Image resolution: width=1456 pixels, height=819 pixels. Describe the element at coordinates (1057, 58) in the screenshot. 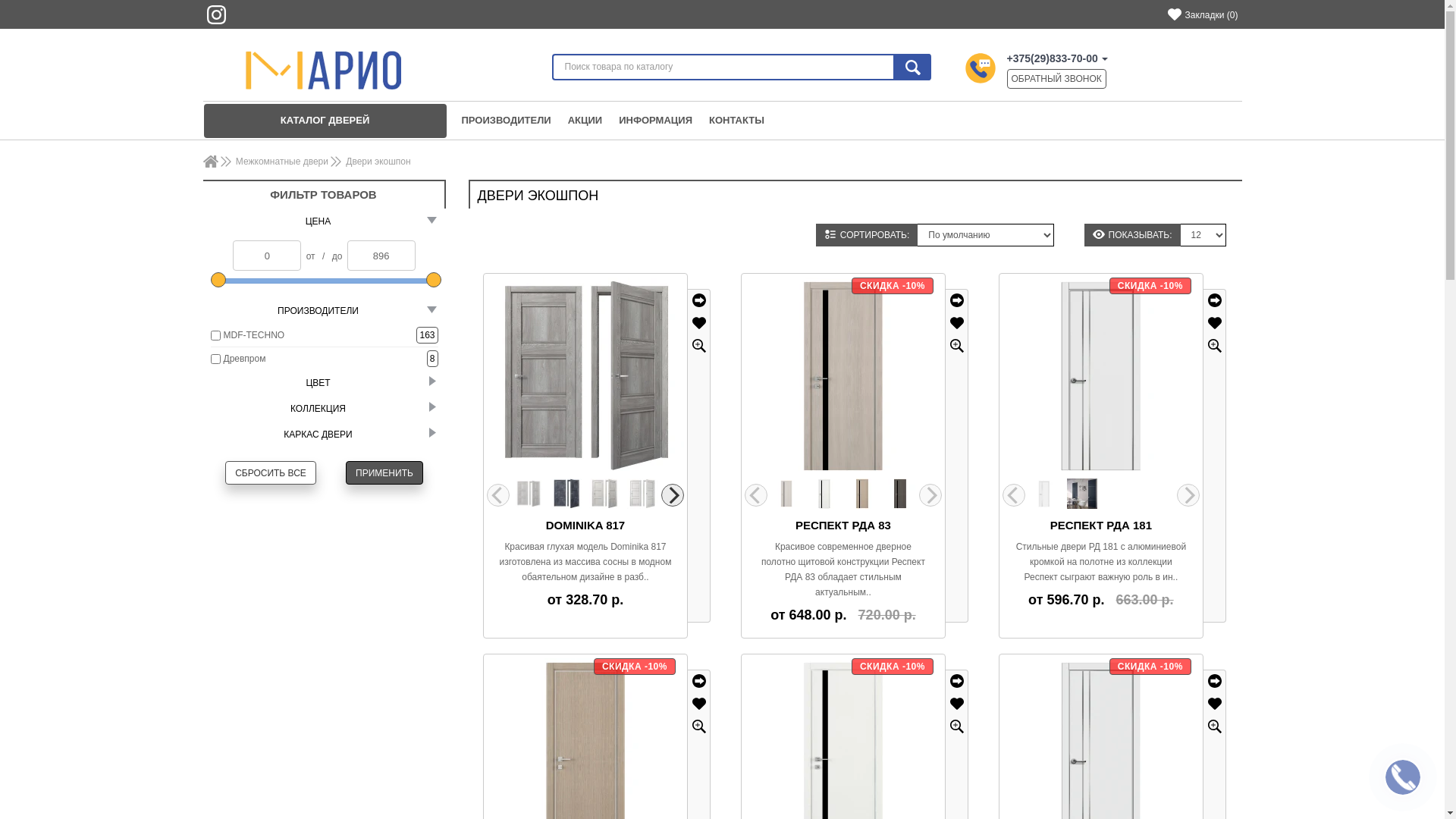

I see `'+375(29)833-70-00'` at that location.